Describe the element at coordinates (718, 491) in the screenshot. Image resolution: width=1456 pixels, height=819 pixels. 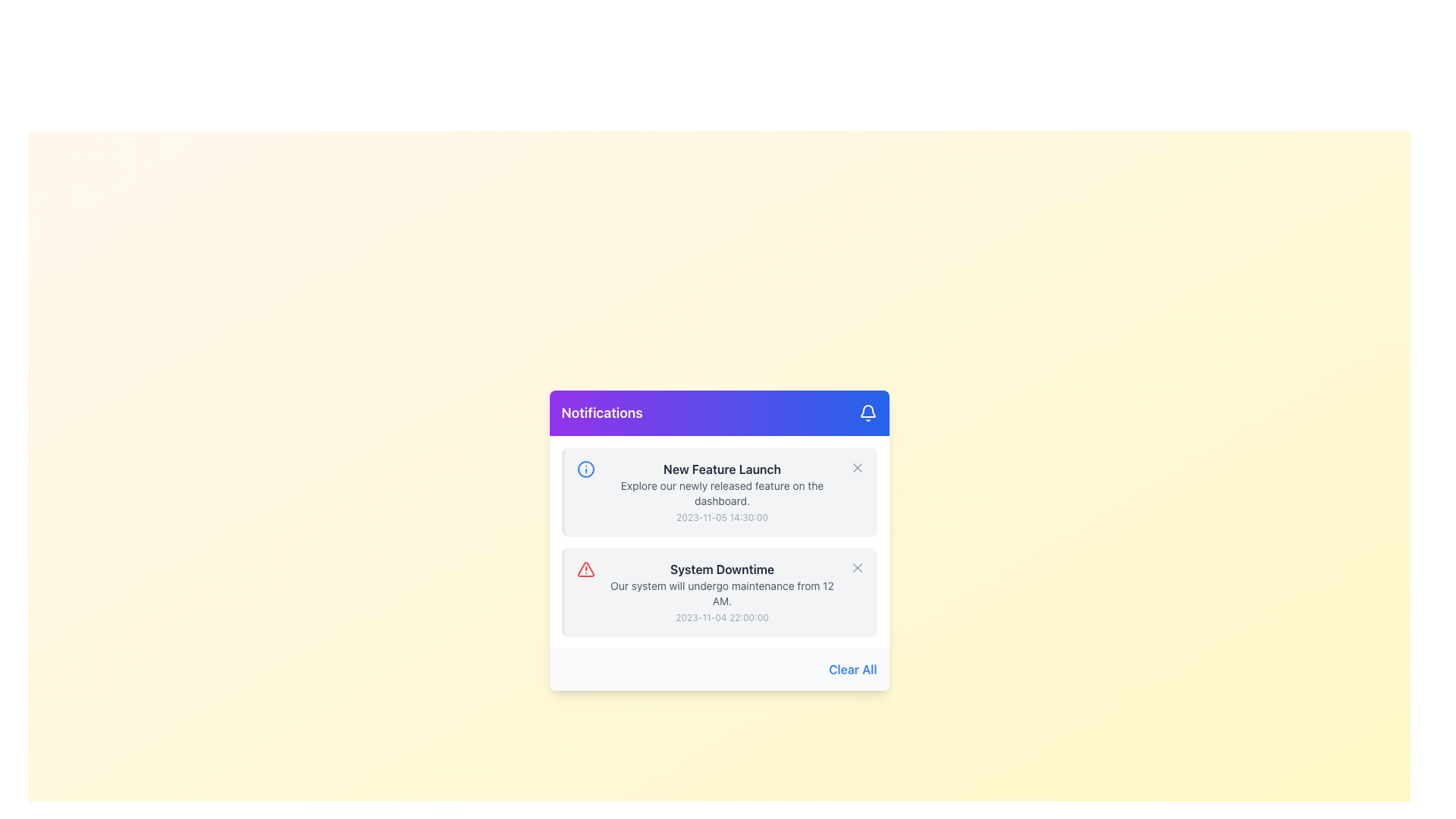
I see `information displayed in the Notification Card located under the 'Notifications' header, which is the first item in the list` at that location.